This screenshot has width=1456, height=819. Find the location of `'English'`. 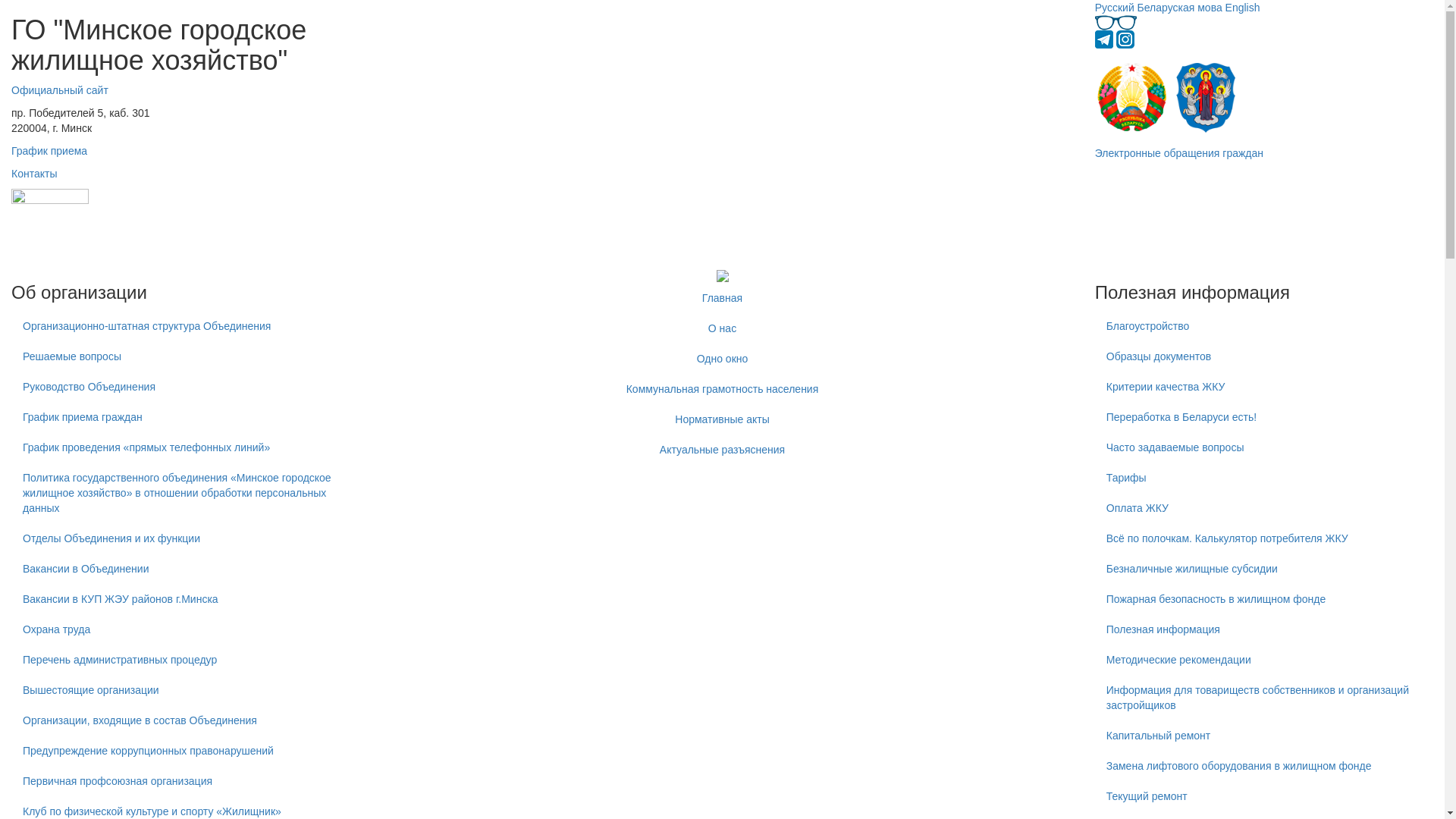

'English' is located at coordinates (1242, 8).